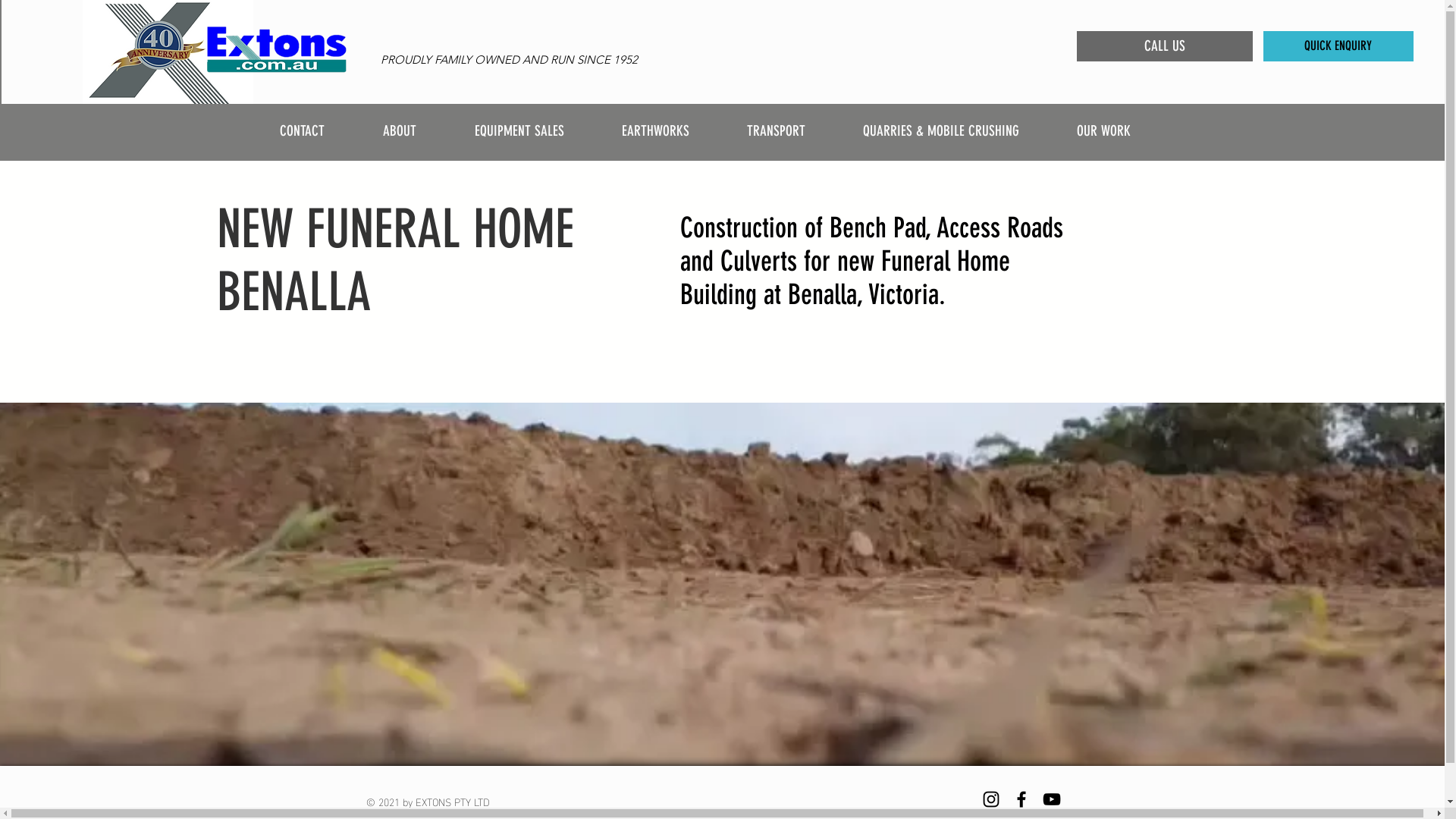 The image size is (1456, 819). Describe the element at coordinates (1120, 130) in the screenshot. I see `'OUR WORK'` at that location.